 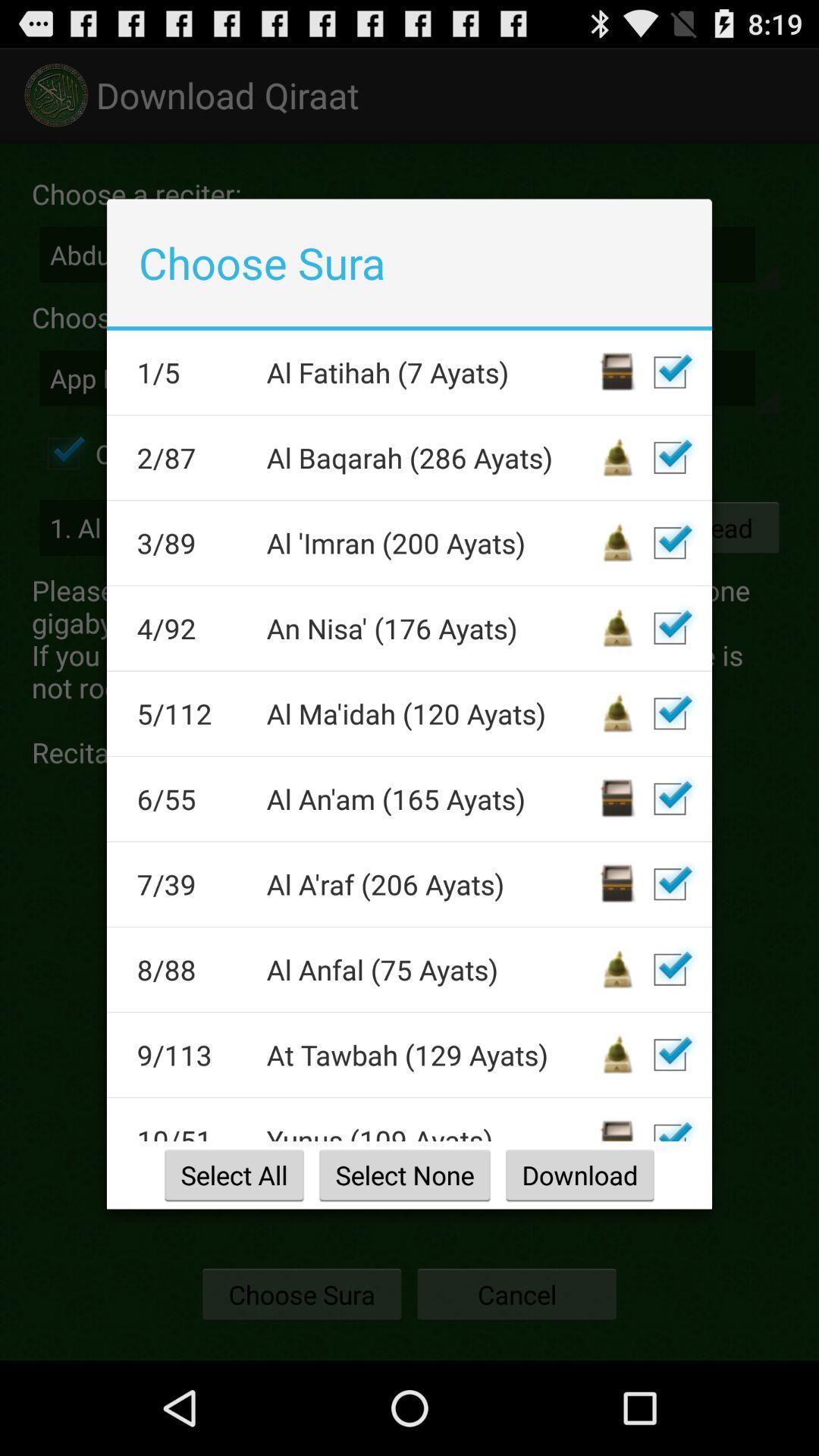 What do you see at coordinates (669, 1125) in the screenshot?
I see `button above download button` at bounding box center [669, 1125].